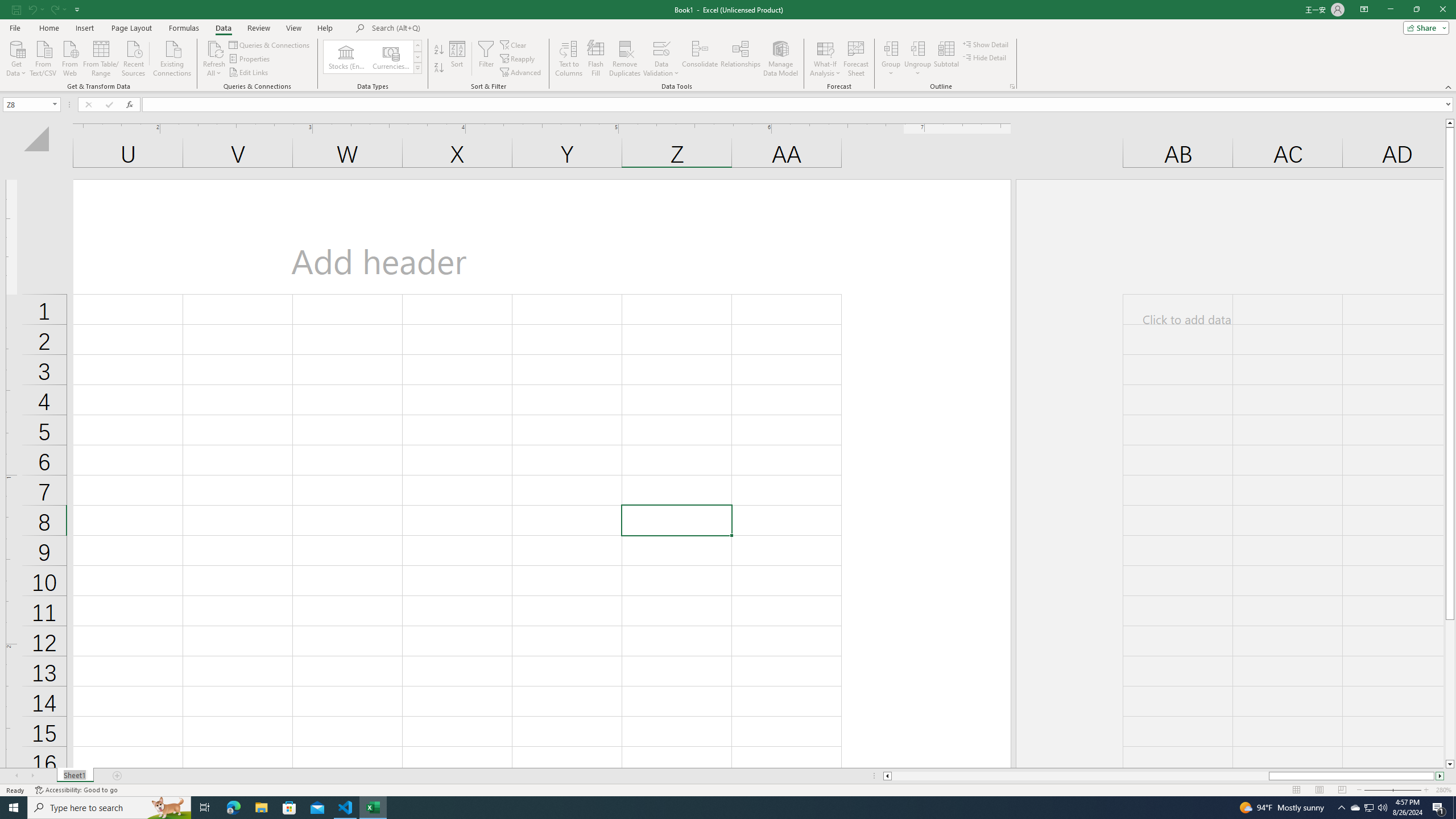 The height and width of the screenshot is (819, 1456). I want to click on 'Stocks (English)', so click(346, 56).